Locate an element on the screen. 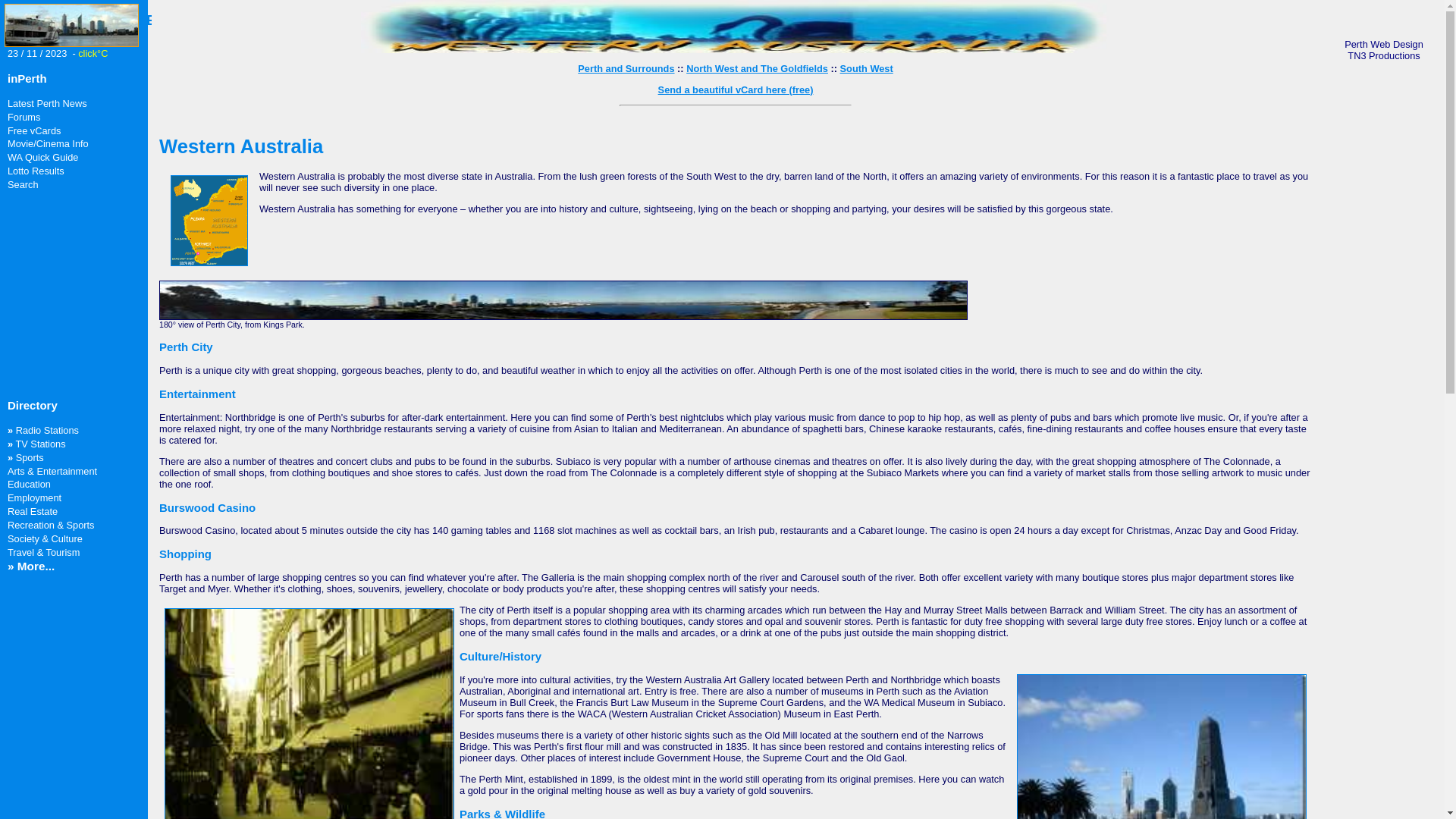 This screenshot has width=1456, height=819. 'Perth Web Design is located at coordinates (1383, 49).